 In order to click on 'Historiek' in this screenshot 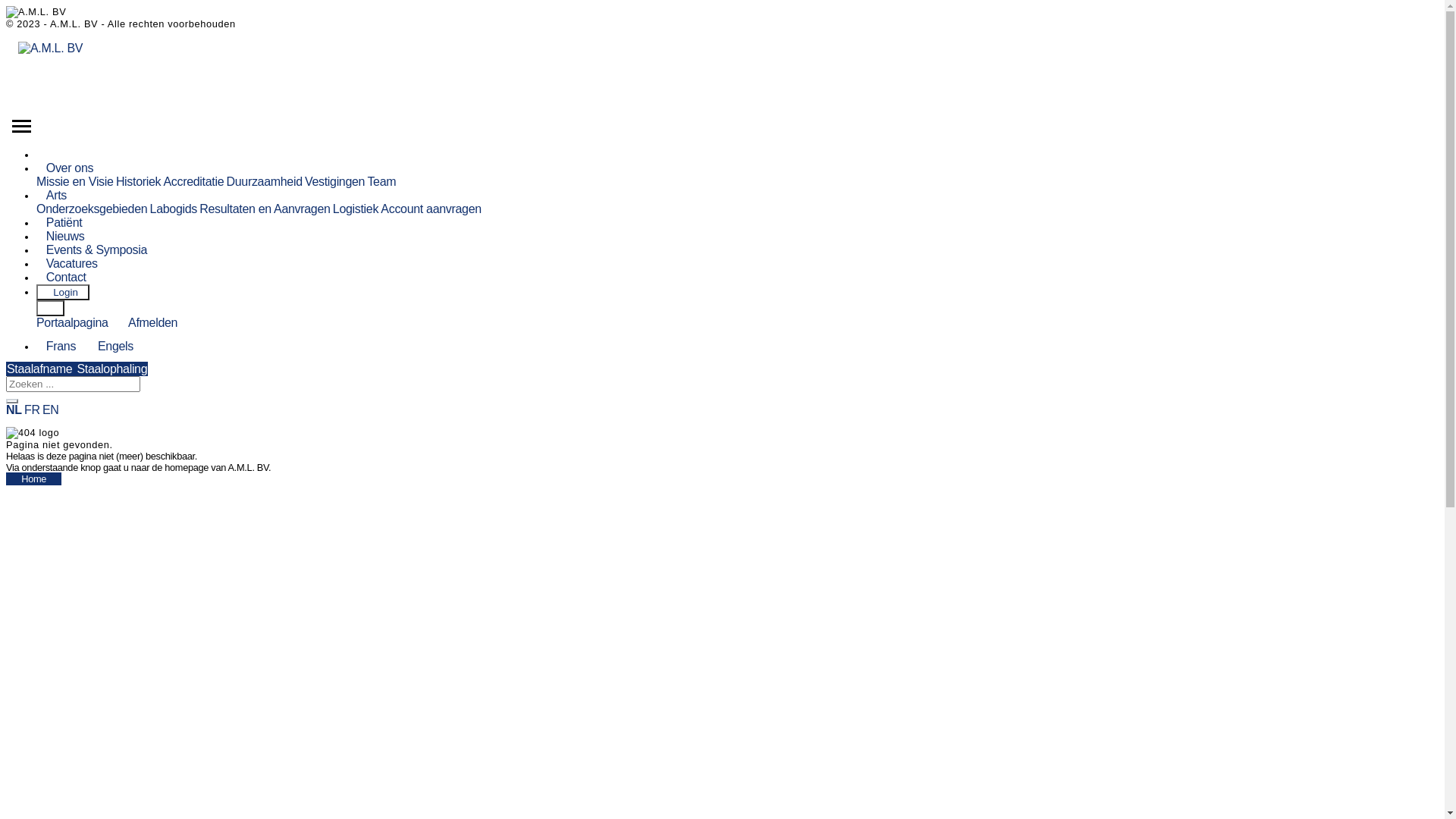, I will do `click(138, 180)`.